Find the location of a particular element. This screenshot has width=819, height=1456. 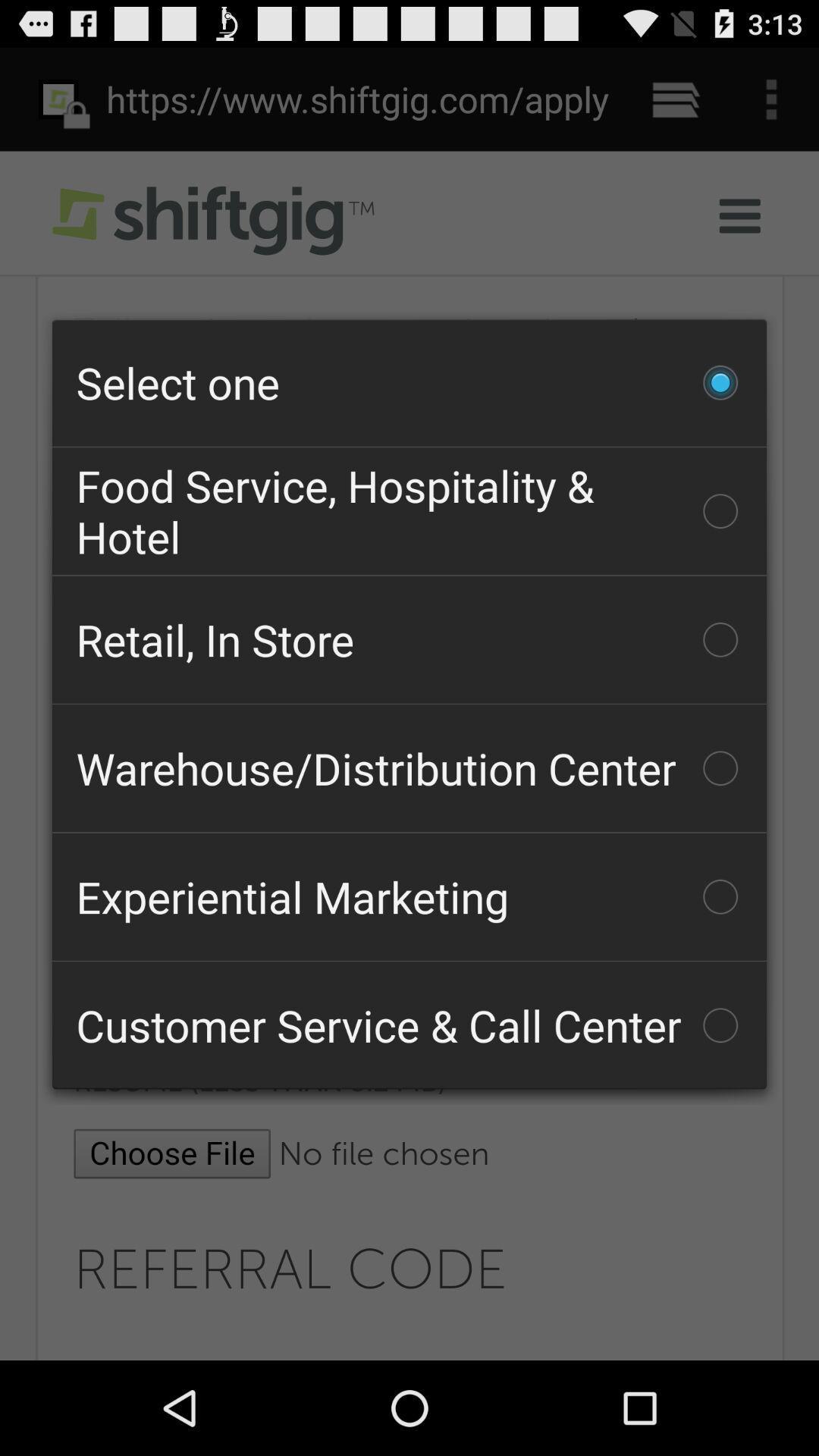

warehouse/distribution center icon is located at coordinates (409, 768).